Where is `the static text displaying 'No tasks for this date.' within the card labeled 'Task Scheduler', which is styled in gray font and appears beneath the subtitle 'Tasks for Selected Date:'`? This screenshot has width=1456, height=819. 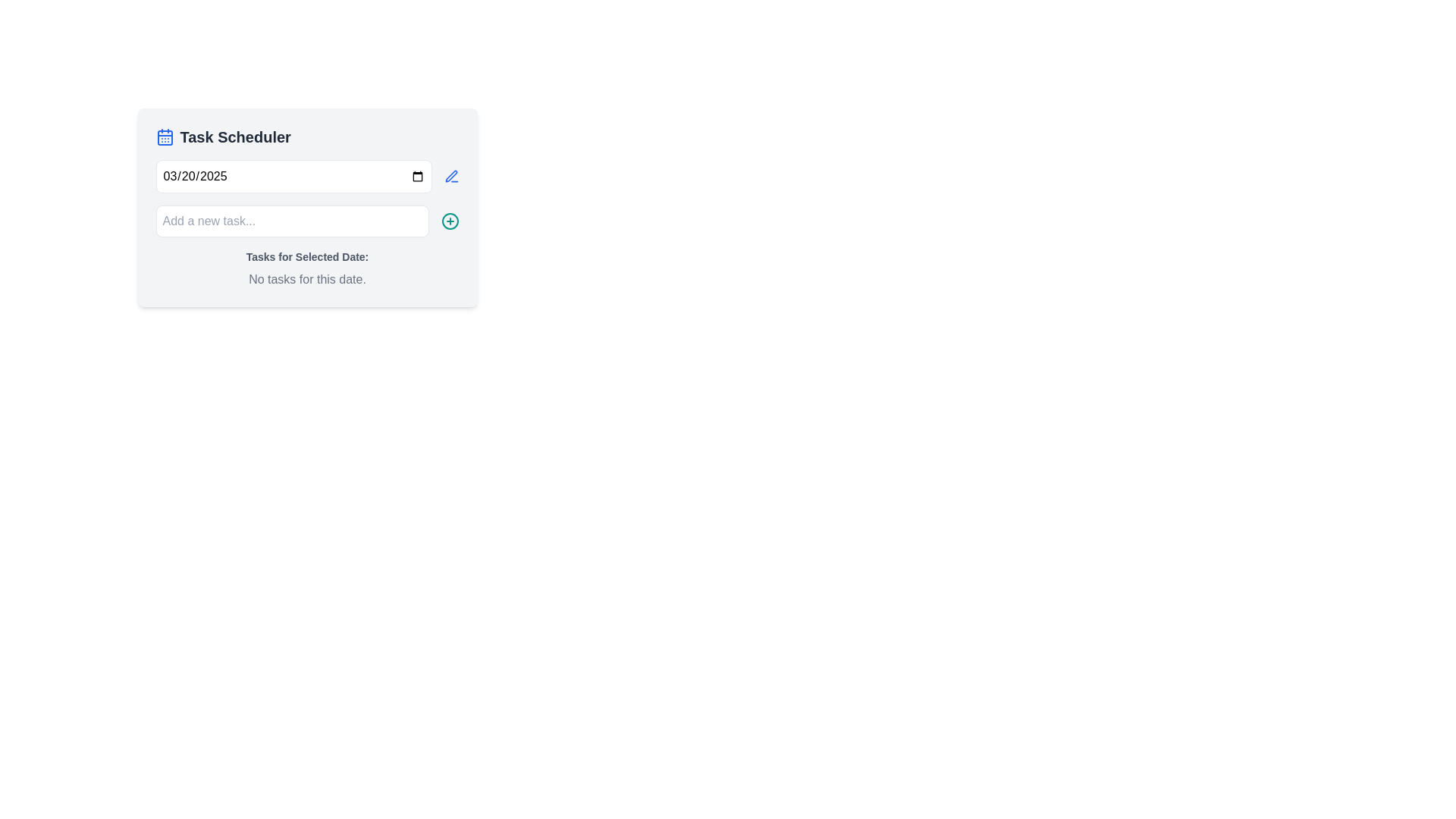
the static text displaying 'No tasks for this date.' within the card labeled 'Task Scheduler', which is styled in gray font and appears beneath the subtitle 'Tasks for Selected Date:' is located at coordinates (306, 280).